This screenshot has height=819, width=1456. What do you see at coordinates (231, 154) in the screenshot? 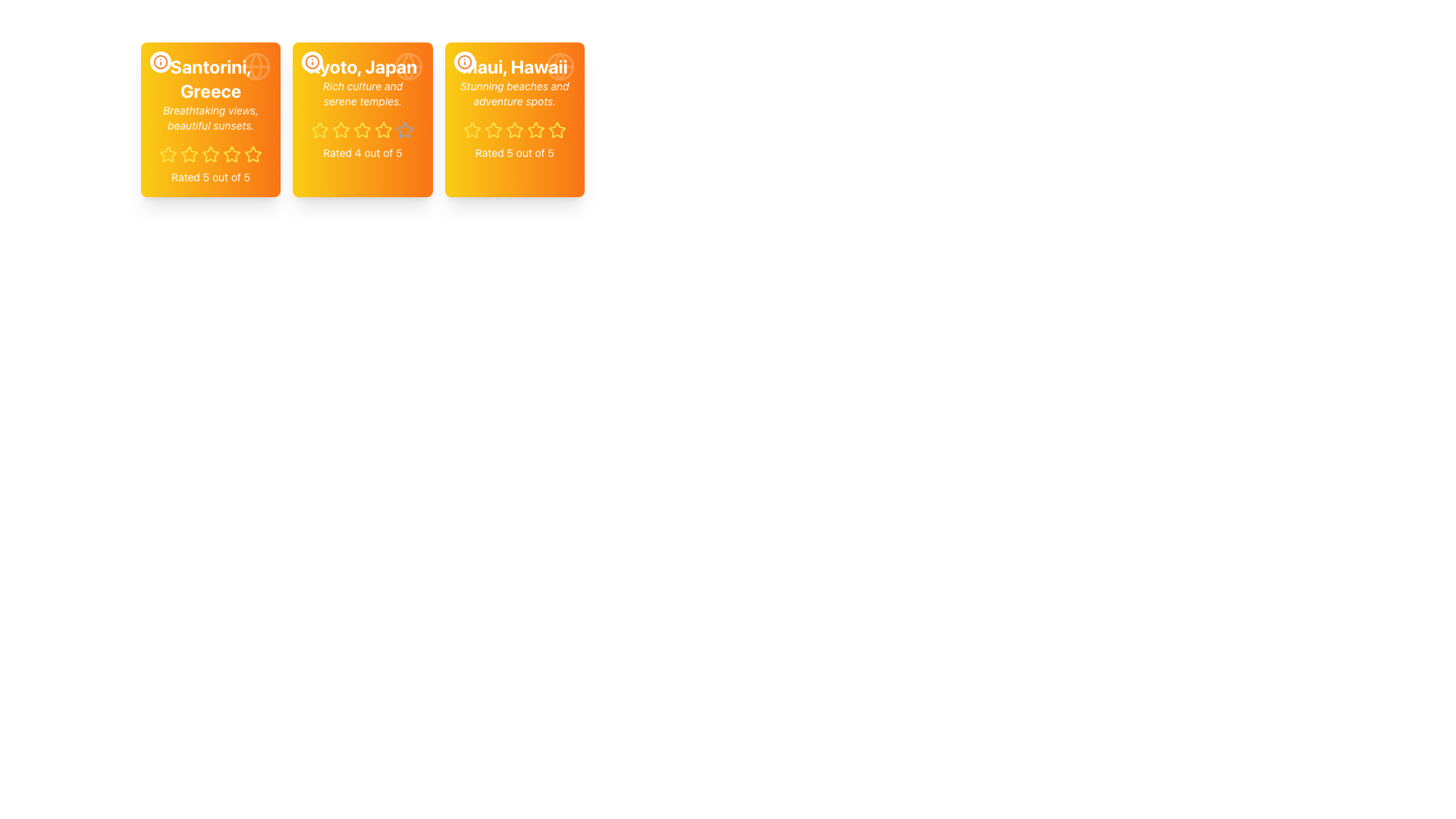
I see `the fourth star in the five-star rating system located at the bottom part of the 'Santorini, Greece' card` at bounding box center [231, 154].